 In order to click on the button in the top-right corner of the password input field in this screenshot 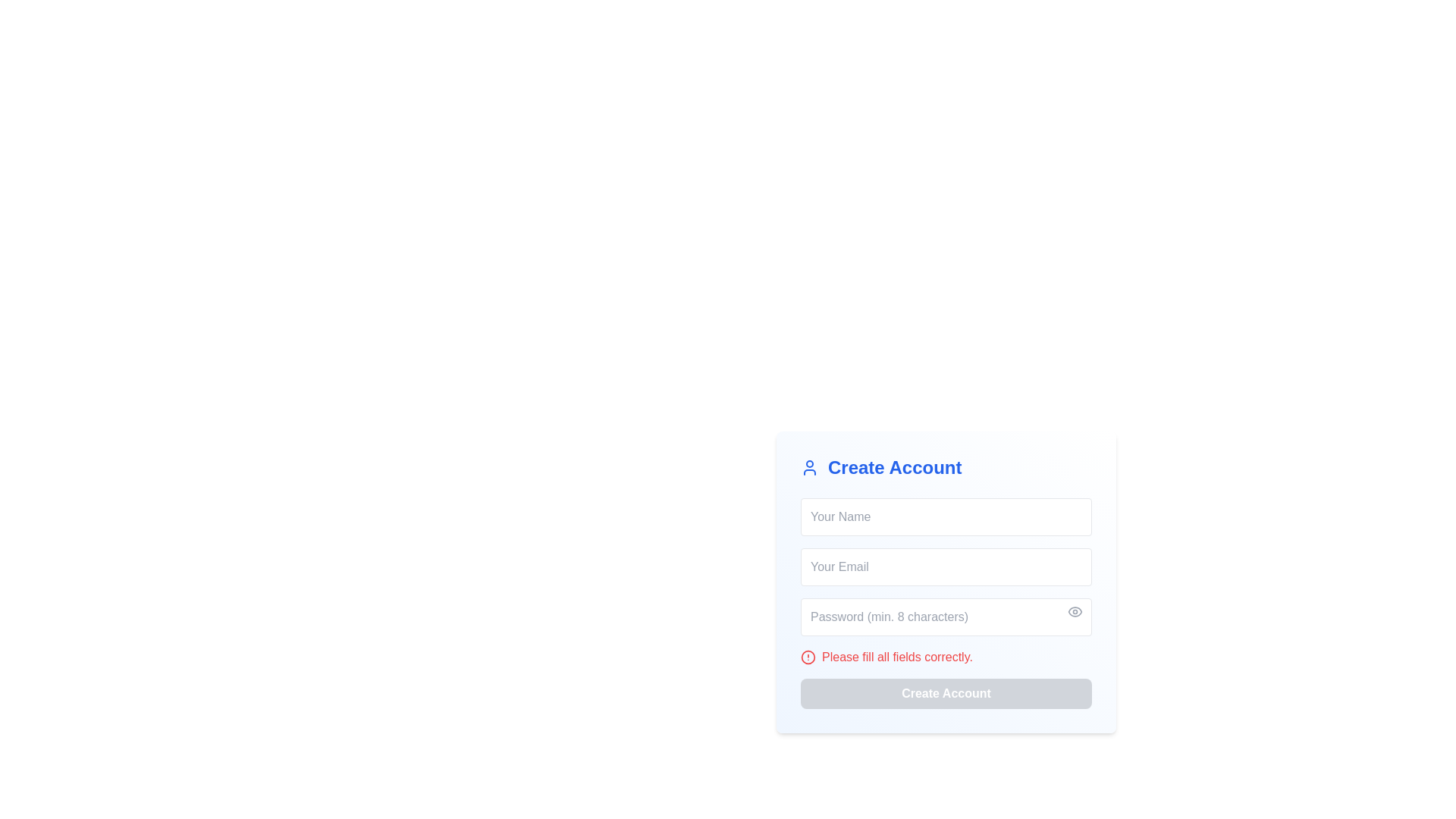, I will do `click(1074, 610)`.